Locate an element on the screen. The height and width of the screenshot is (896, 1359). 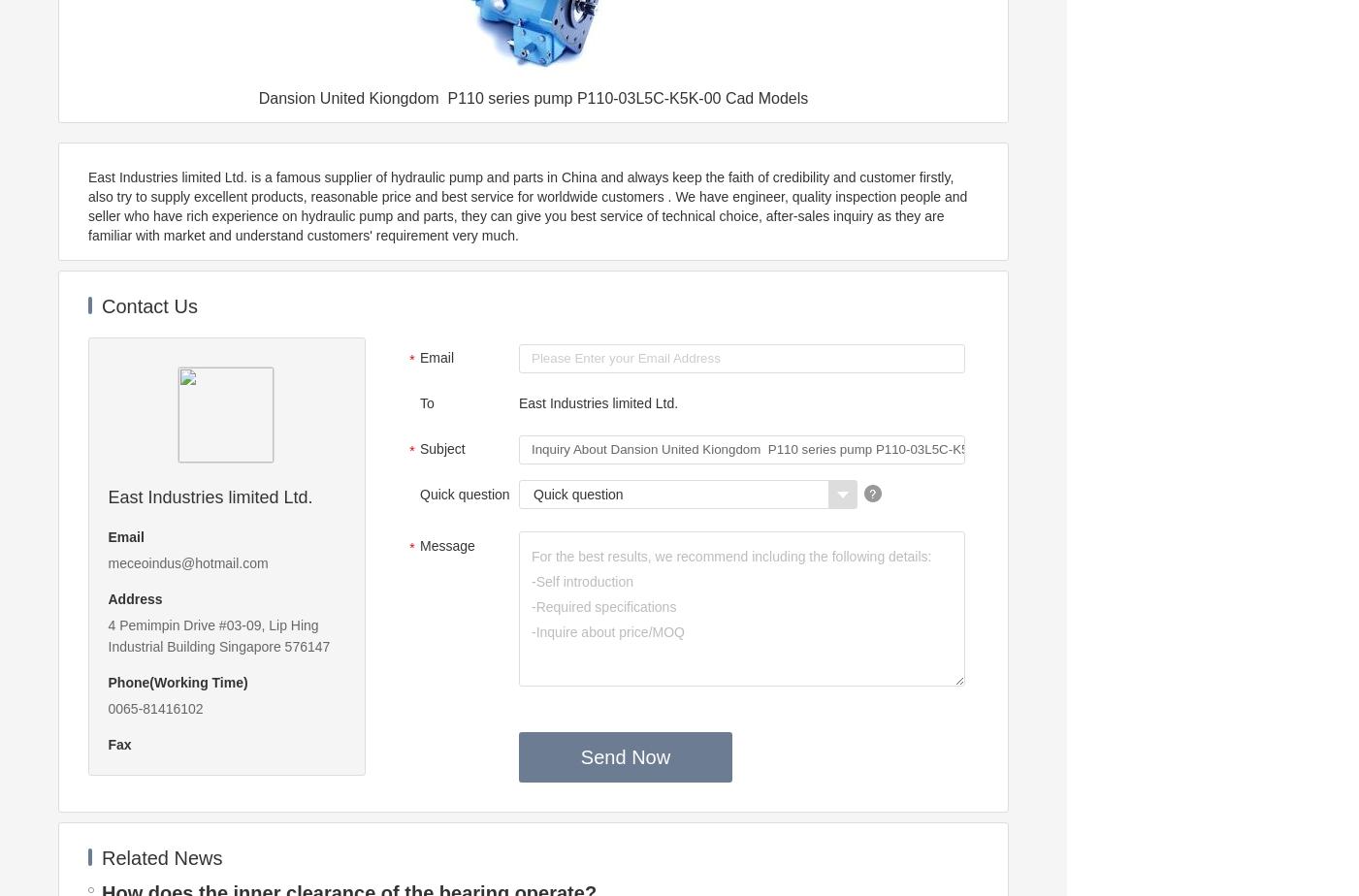
'East Industries limited Ltd. is a famous supplier of hydraulic pump and parts in China and always keep the faith of credibility and customer firstly, also try to supply excellent products, reasonable price and best service for worldwide customers . We have engineer, quality inspection people and seller who have rich experience on hydraulic pump and parts, they can give you best service of technical choice, after-sales inquiry as they are familiar with market and understand customers' requirement very much.' is located at coordinates (528, 206).